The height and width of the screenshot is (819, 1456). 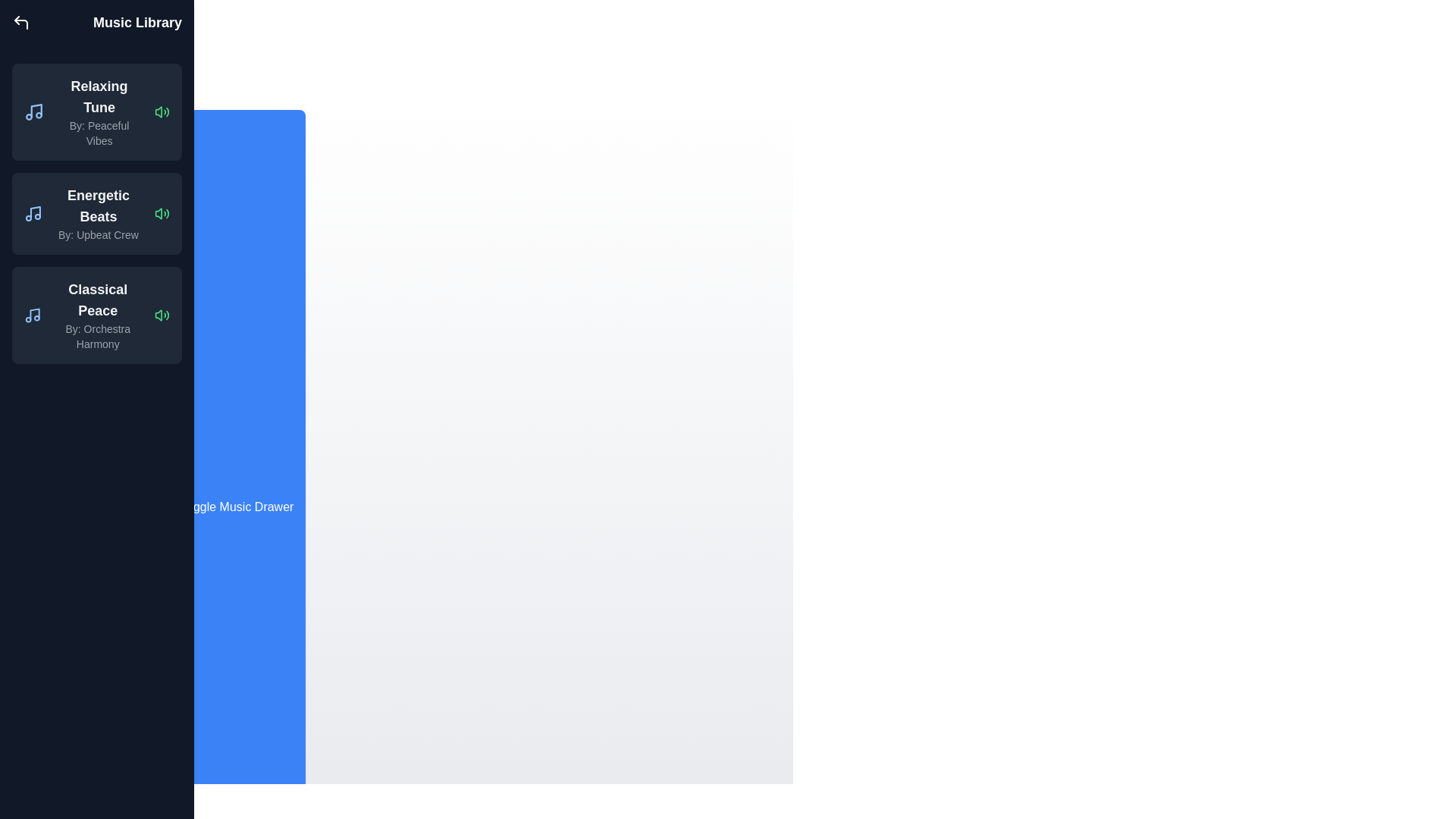 What do you see at coordinates (21, 23) in the screenshot?
I see `the close button (corner-up-left icon) to close the Music Library Drawer` at bounding box center [21, 23].